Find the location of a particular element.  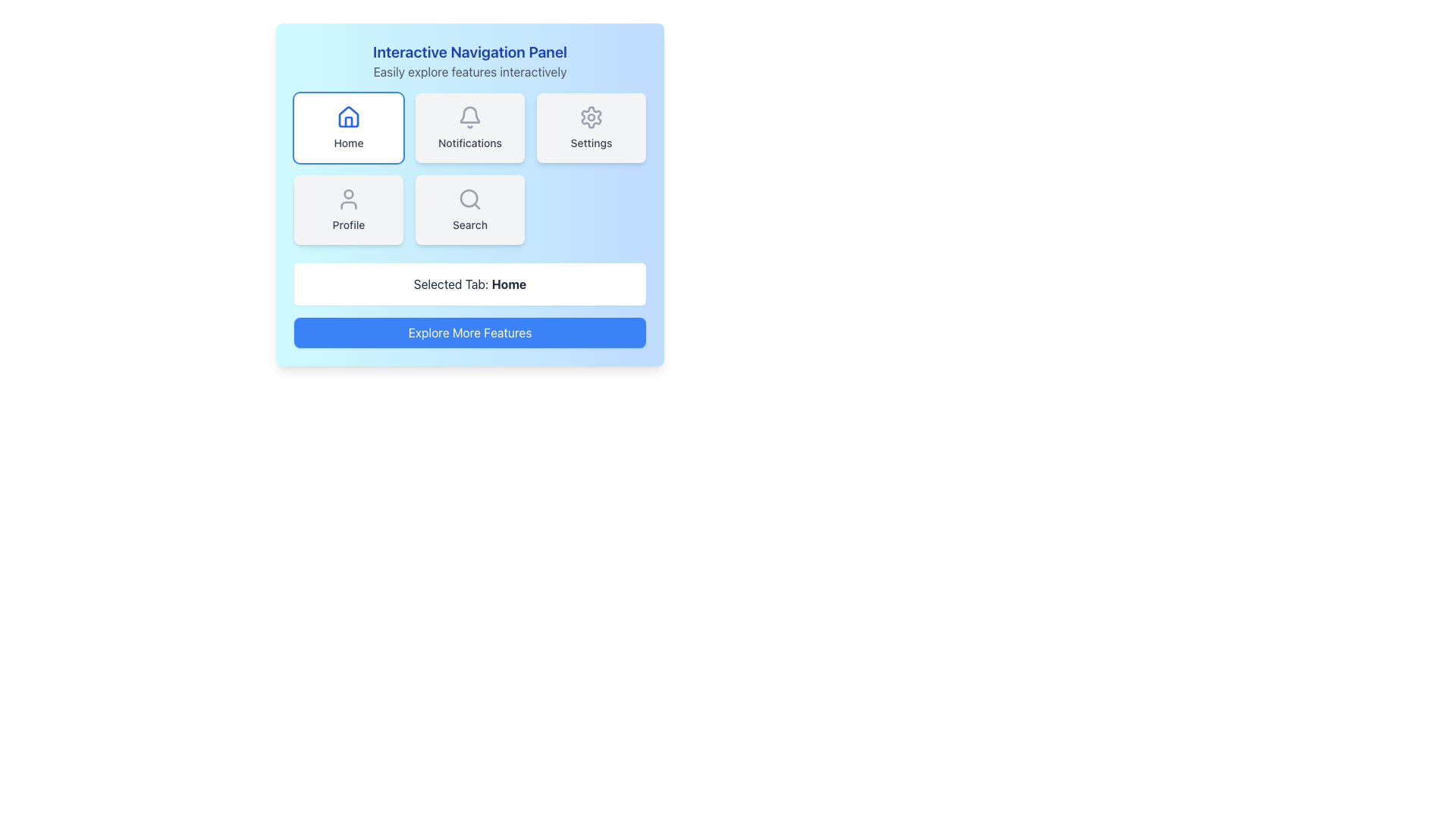

the 'Profile' button, which is a rectangular button with rounded corners and a user icon above the text, located in the bottom-left corner of the grid is located at coordinates (348, 210).